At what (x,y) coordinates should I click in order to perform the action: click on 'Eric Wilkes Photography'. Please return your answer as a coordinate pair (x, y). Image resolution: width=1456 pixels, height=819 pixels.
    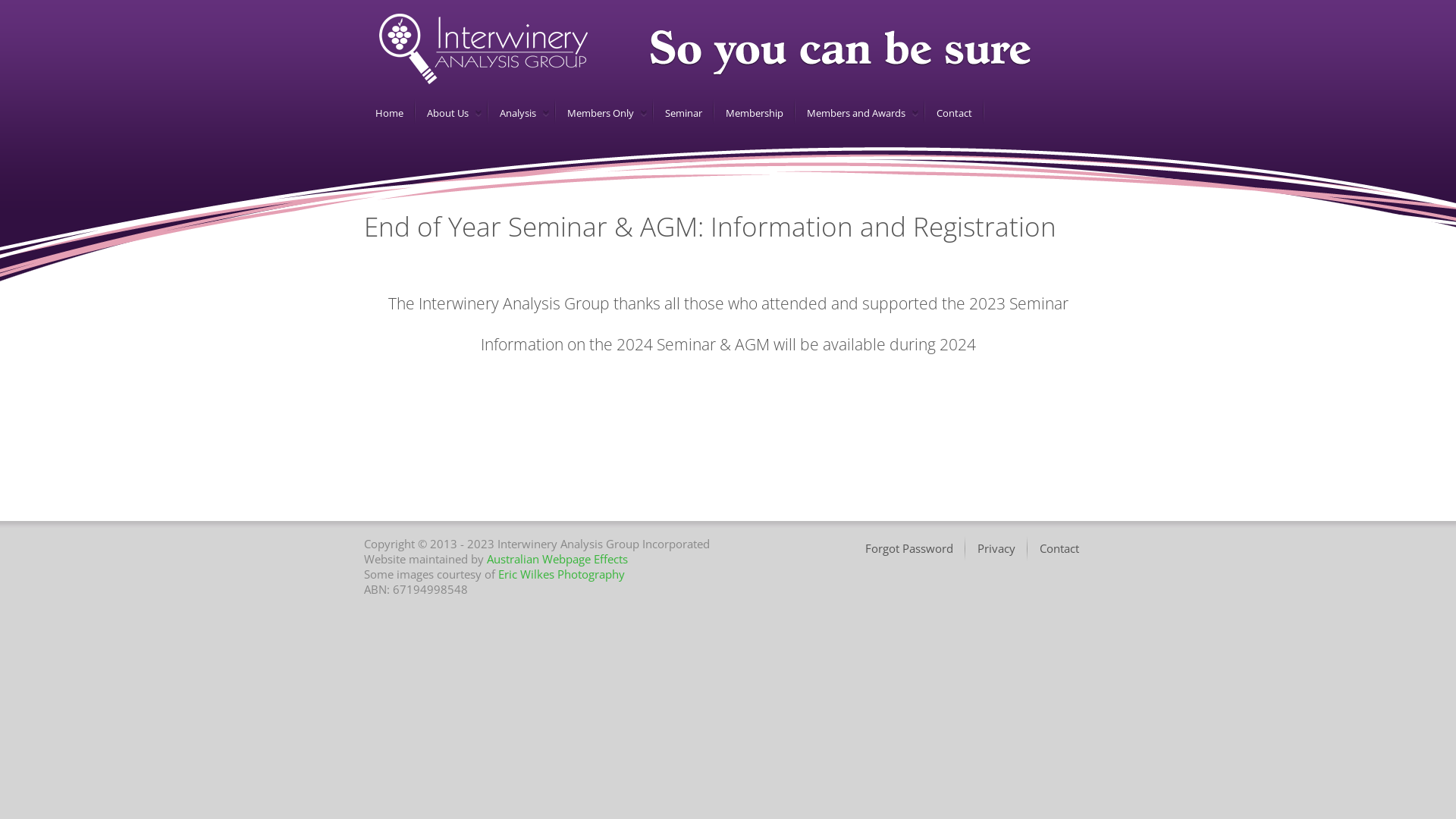
    Looking at the image, I should click on (560, 573).